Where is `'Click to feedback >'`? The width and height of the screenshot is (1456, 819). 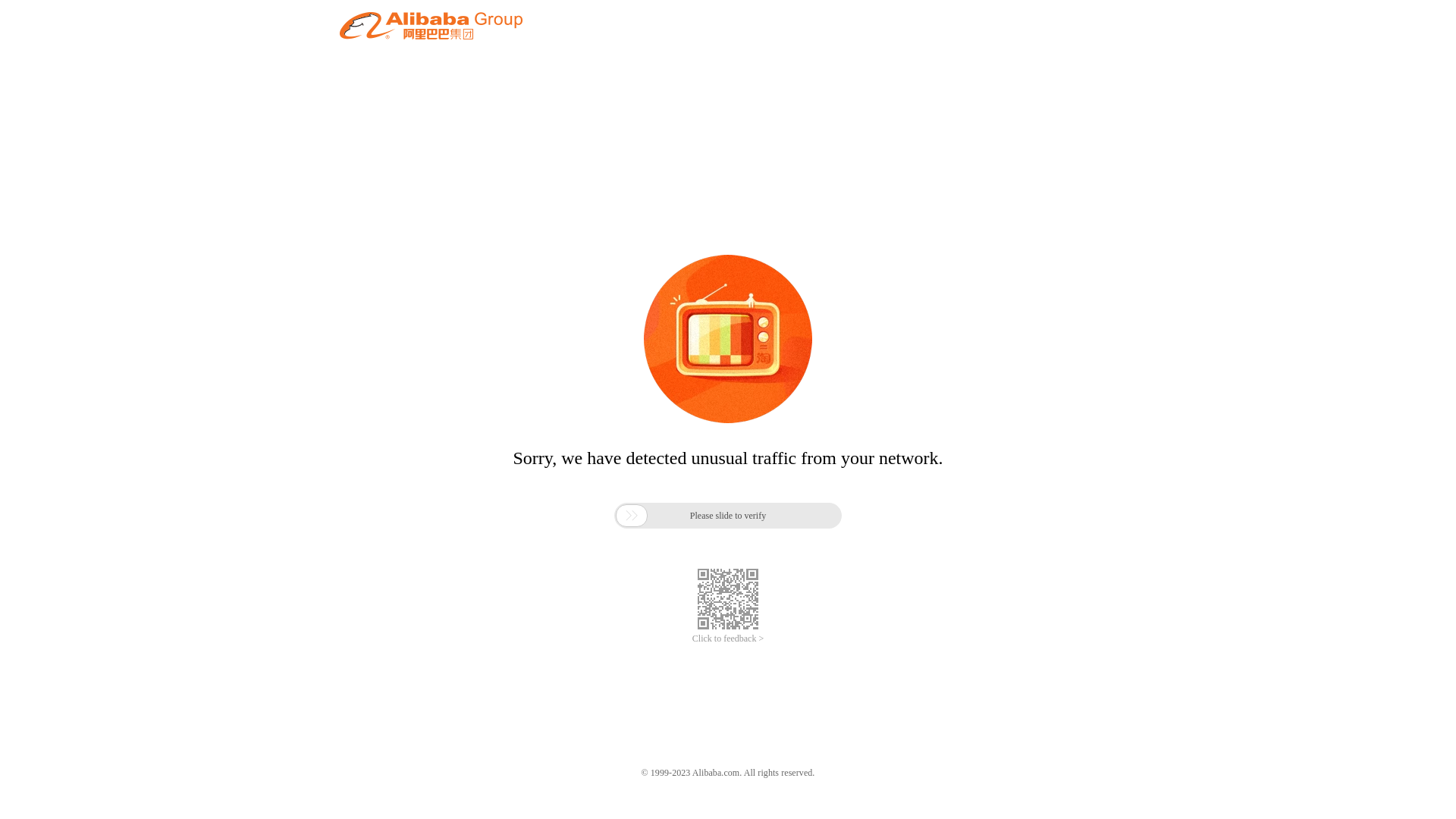
'Click to feedback >' is located at coordinates (691, 639).